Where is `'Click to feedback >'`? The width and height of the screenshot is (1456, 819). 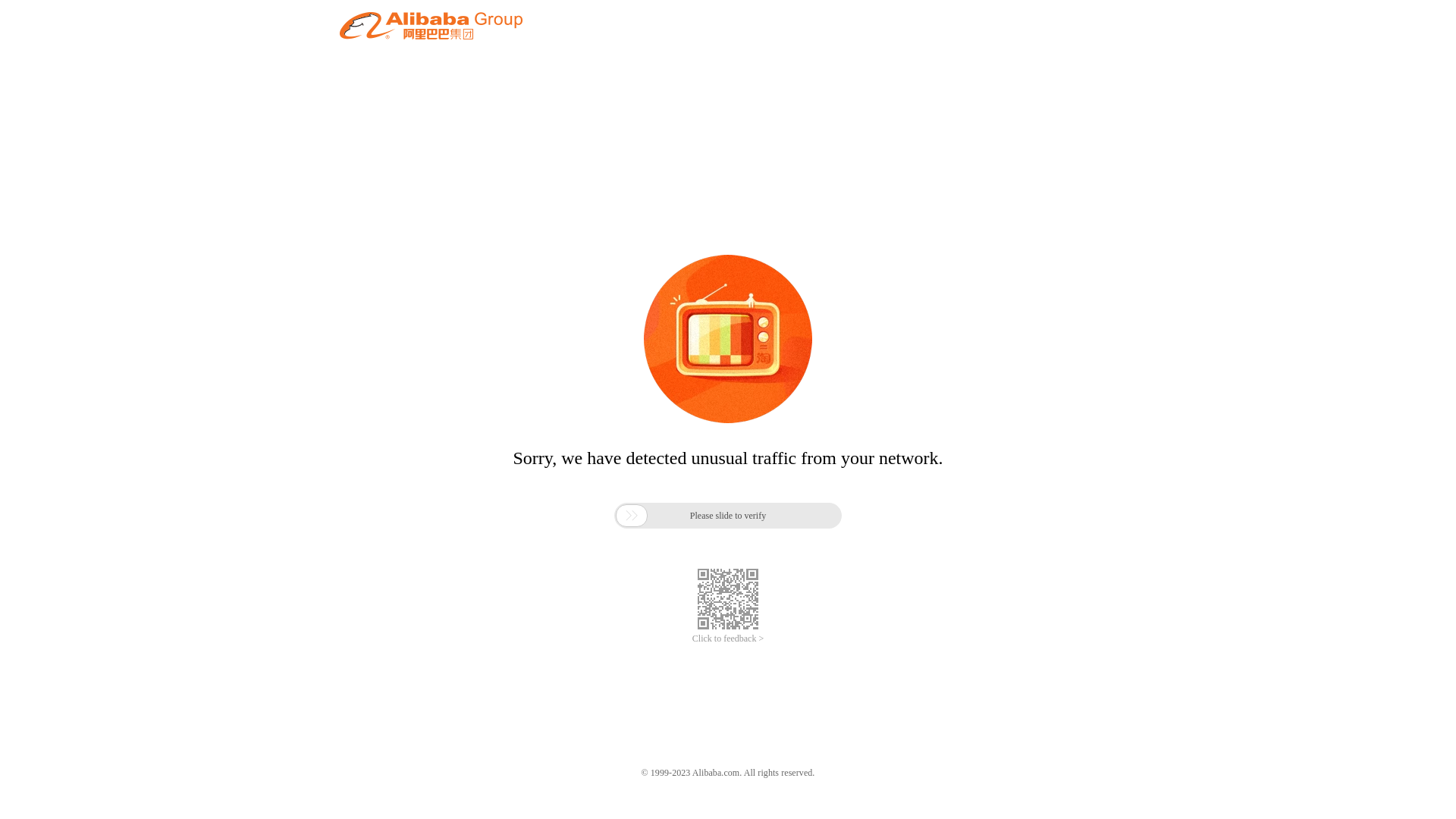
'Click to feedback >' is located at coordinates (691, 639).